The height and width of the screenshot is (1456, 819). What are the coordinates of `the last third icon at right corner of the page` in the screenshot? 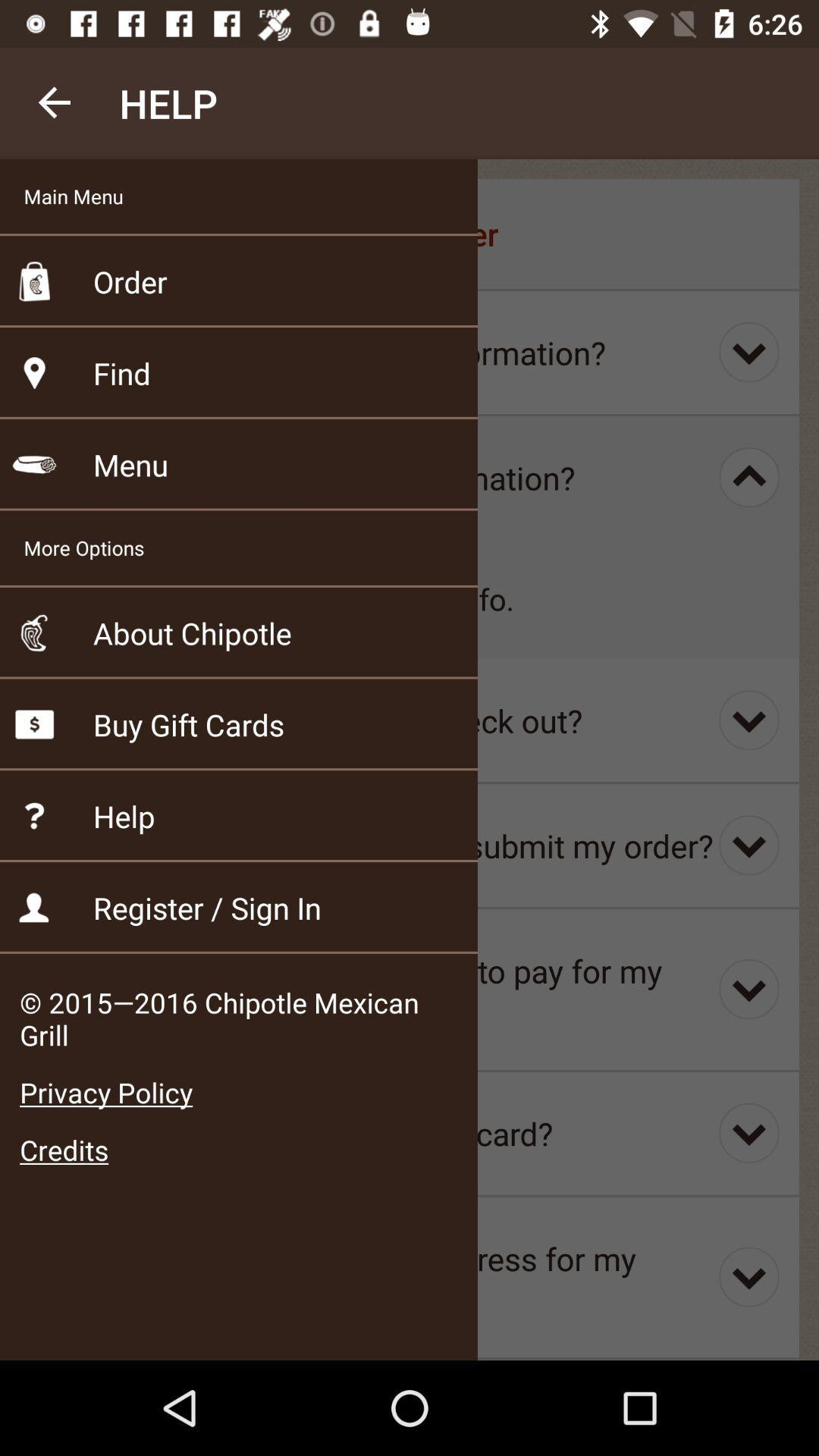 It's located at (748, 989).